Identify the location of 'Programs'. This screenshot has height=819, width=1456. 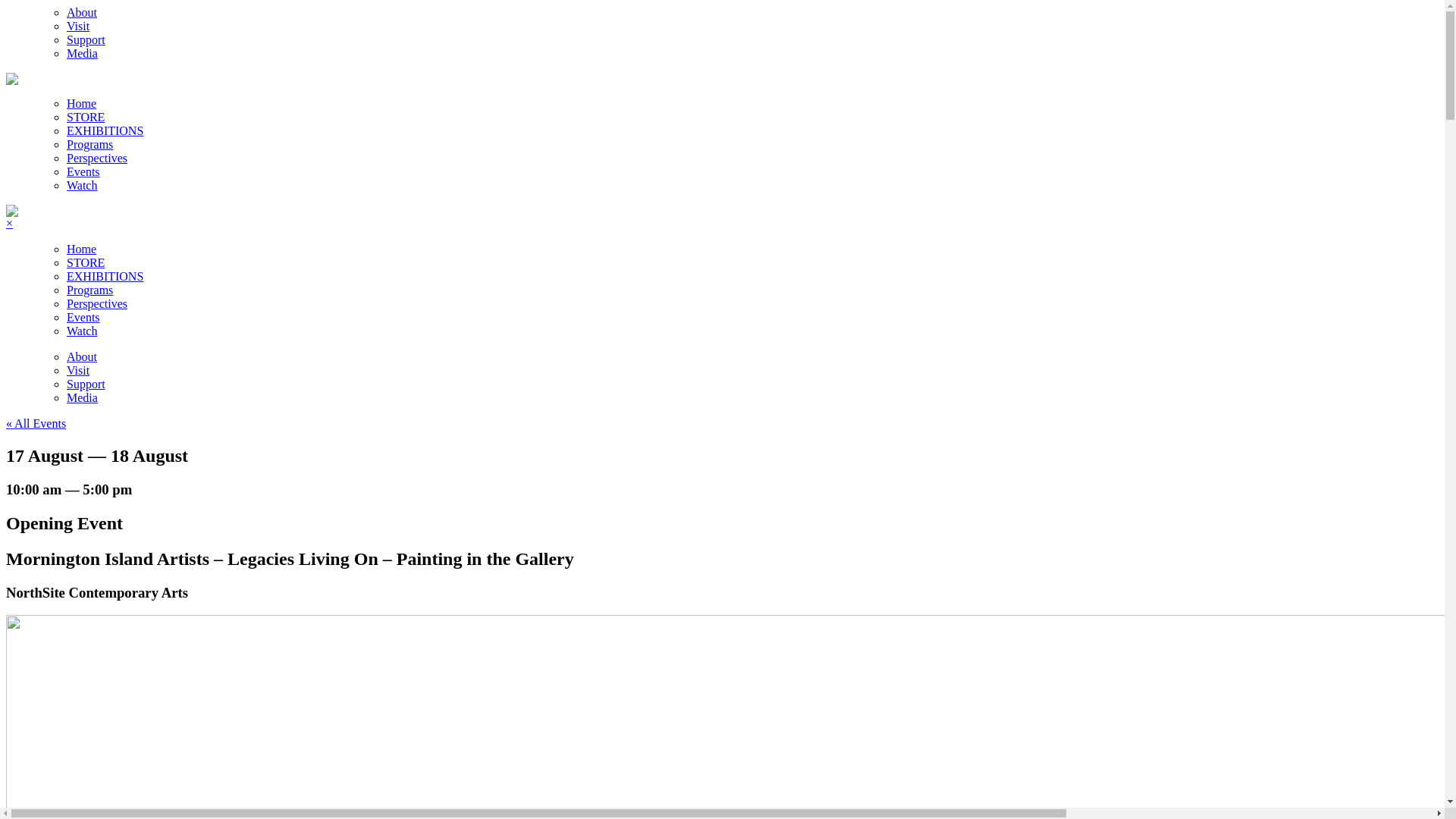
(65, 290).